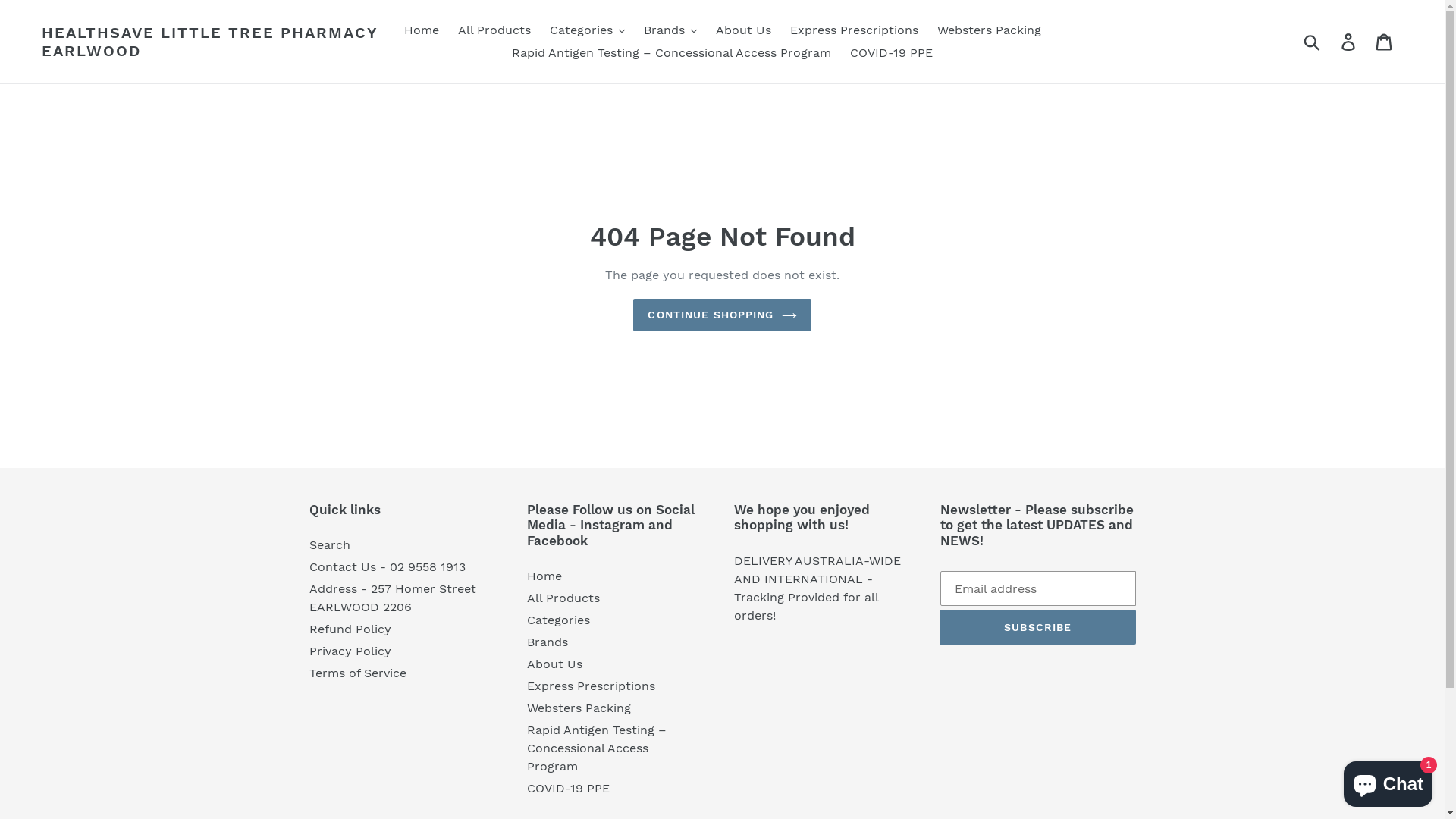  I want to click on 'HEALTHSAVE LITTLE TREE PHARMACY EARLWOOD', so click(211, 40).